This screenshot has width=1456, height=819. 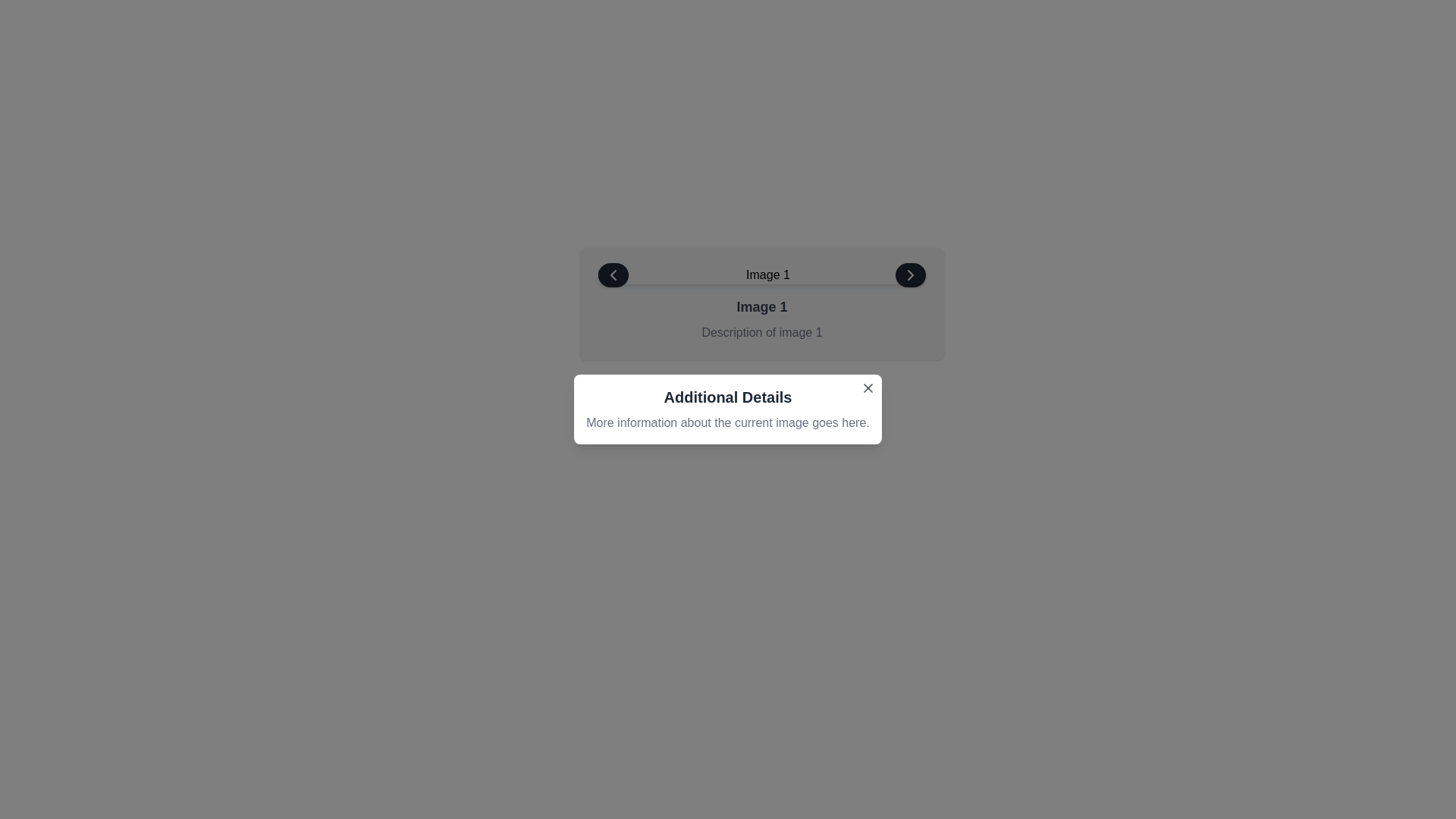 I want to click on the navigation arrow icon located on the right side of the top bar, so click(x=910, y=275).